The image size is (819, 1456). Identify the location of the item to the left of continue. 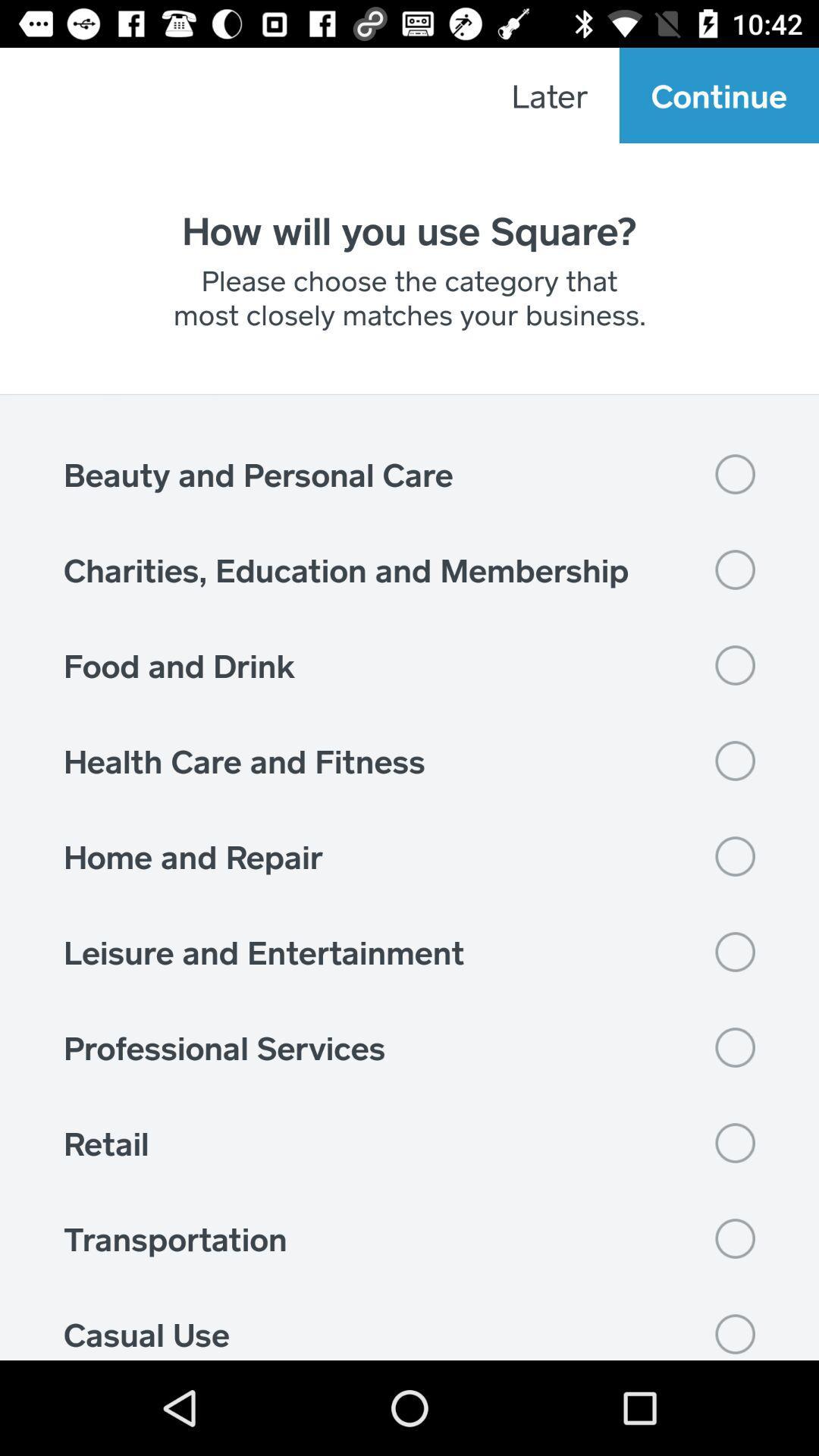
(549, 94).